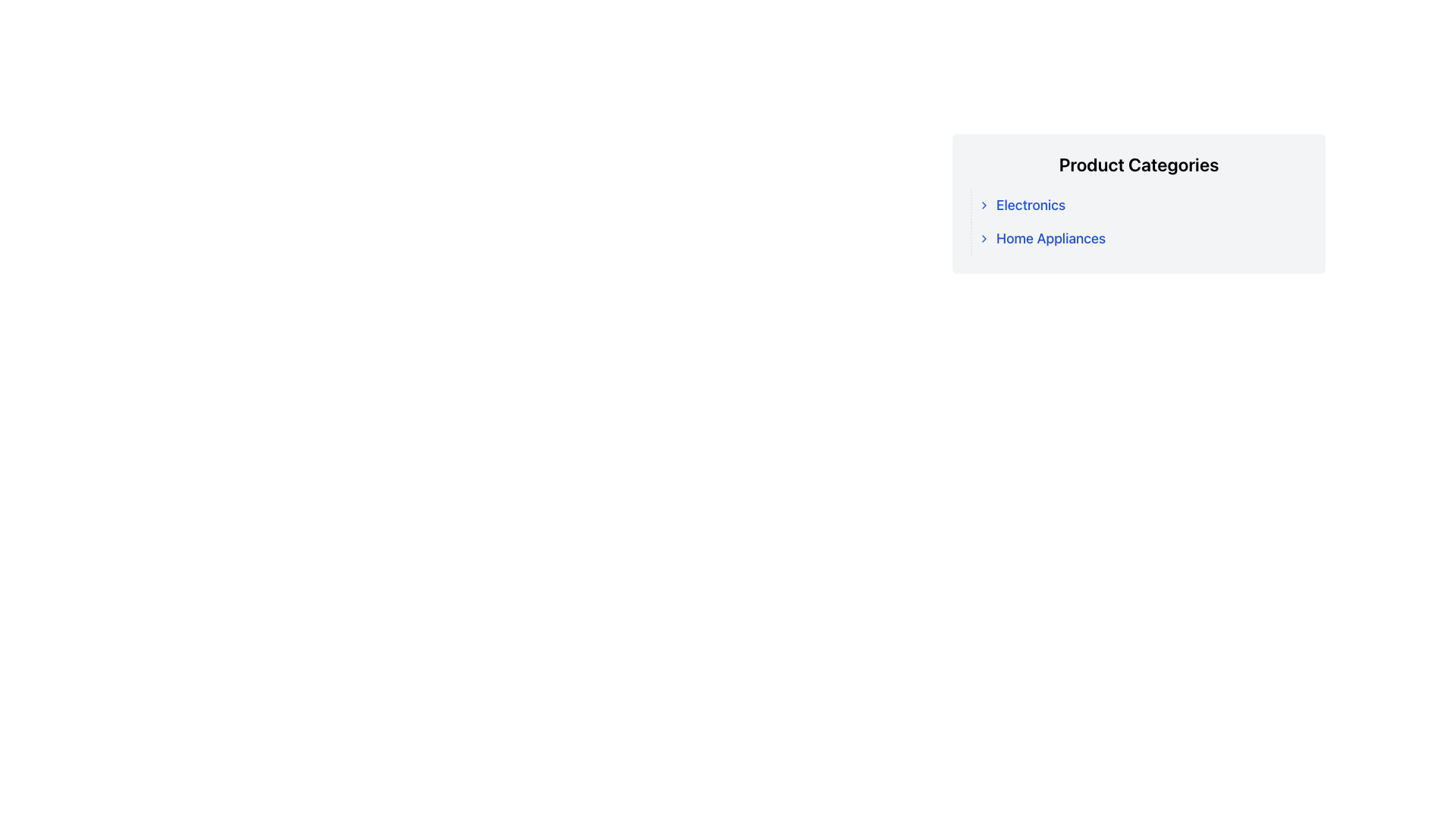  I want to click on the chevron icon for 'Home Appliances', so click(984, 239).